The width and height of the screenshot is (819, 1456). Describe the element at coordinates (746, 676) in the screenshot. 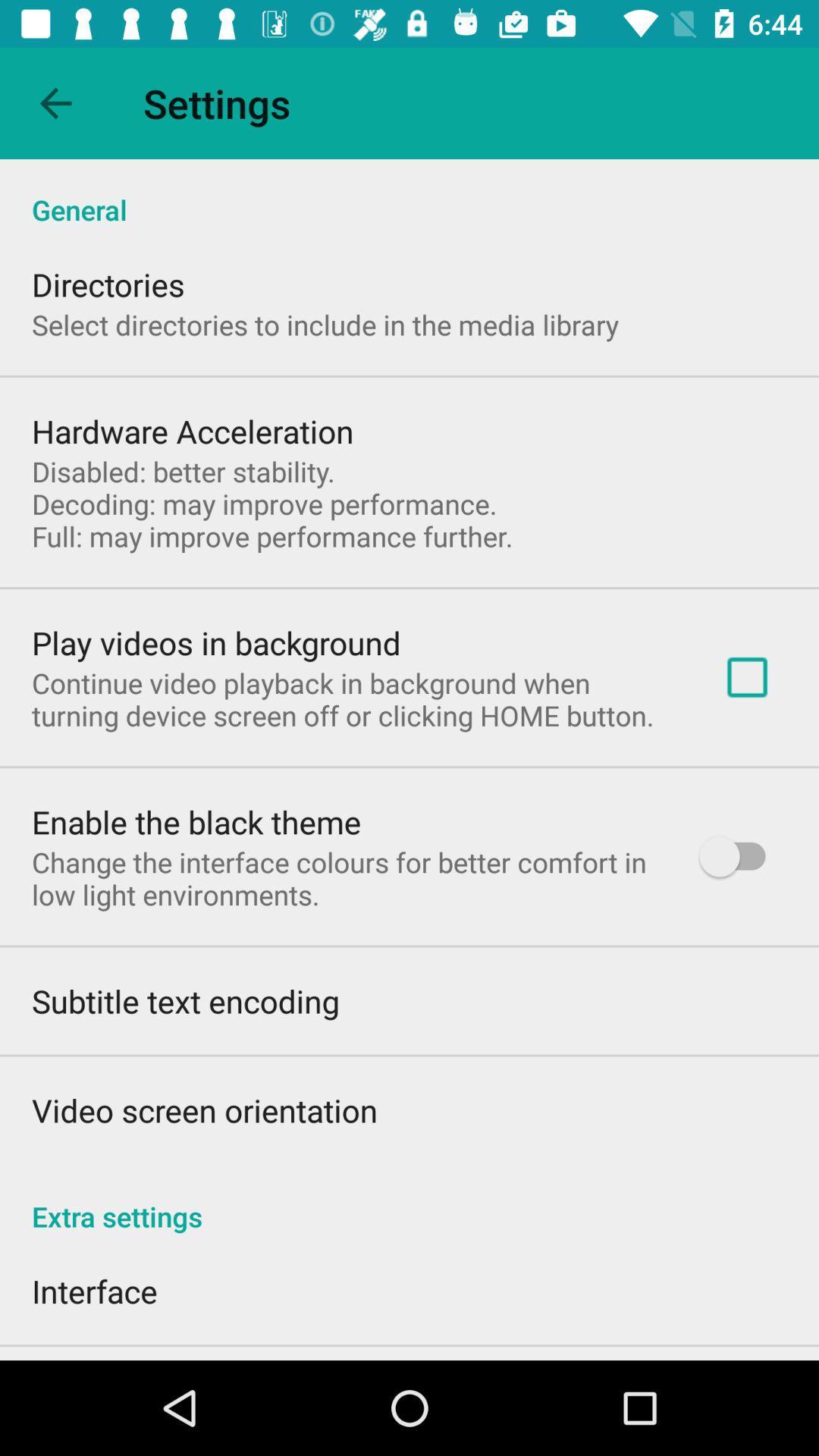

I see `item below general item` at that location.